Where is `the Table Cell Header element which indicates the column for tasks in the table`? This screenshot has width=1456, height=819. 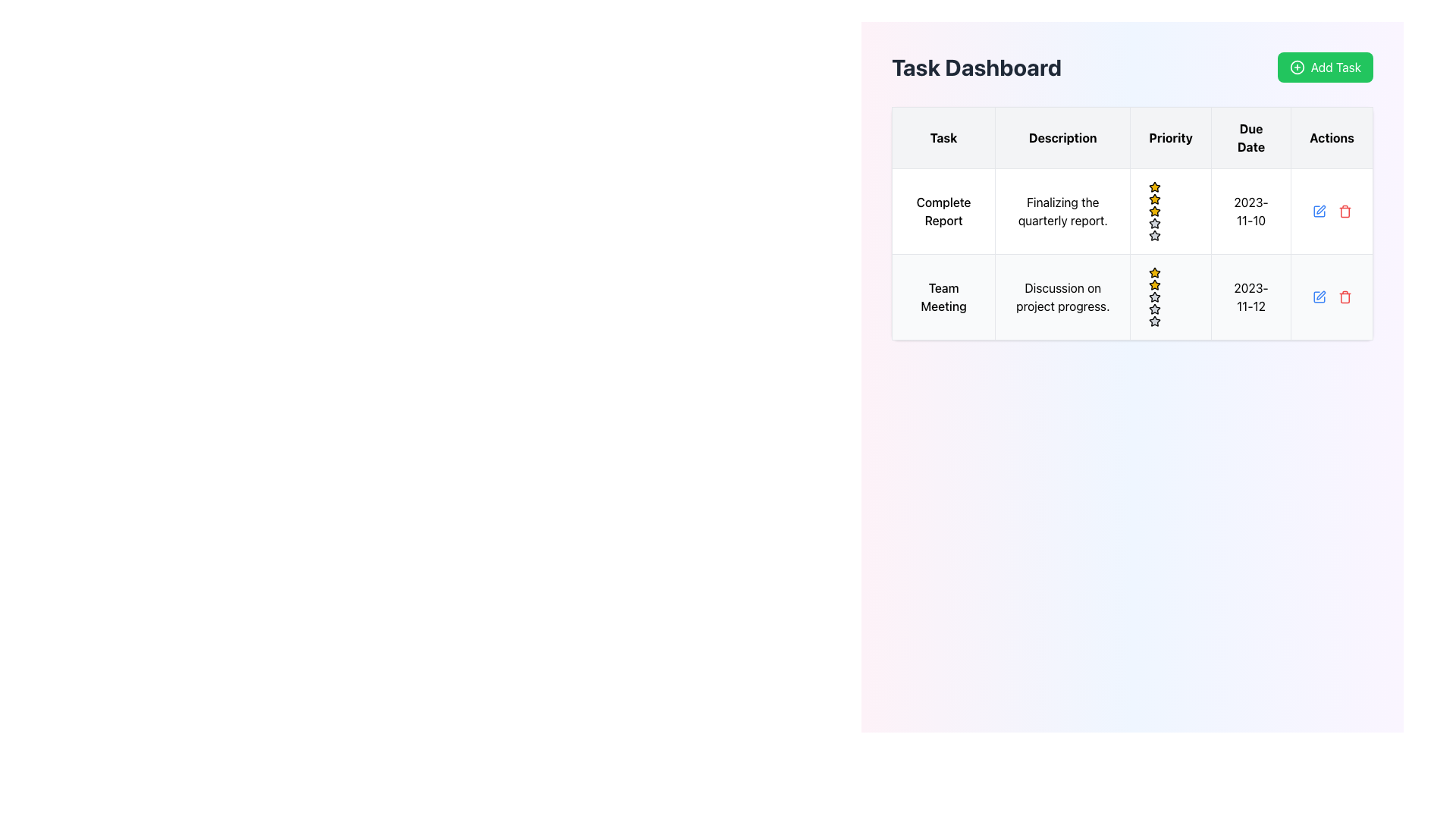 the Table Cell Header element which indicates the column for tasks in the table is located at coordinates (943, 137).